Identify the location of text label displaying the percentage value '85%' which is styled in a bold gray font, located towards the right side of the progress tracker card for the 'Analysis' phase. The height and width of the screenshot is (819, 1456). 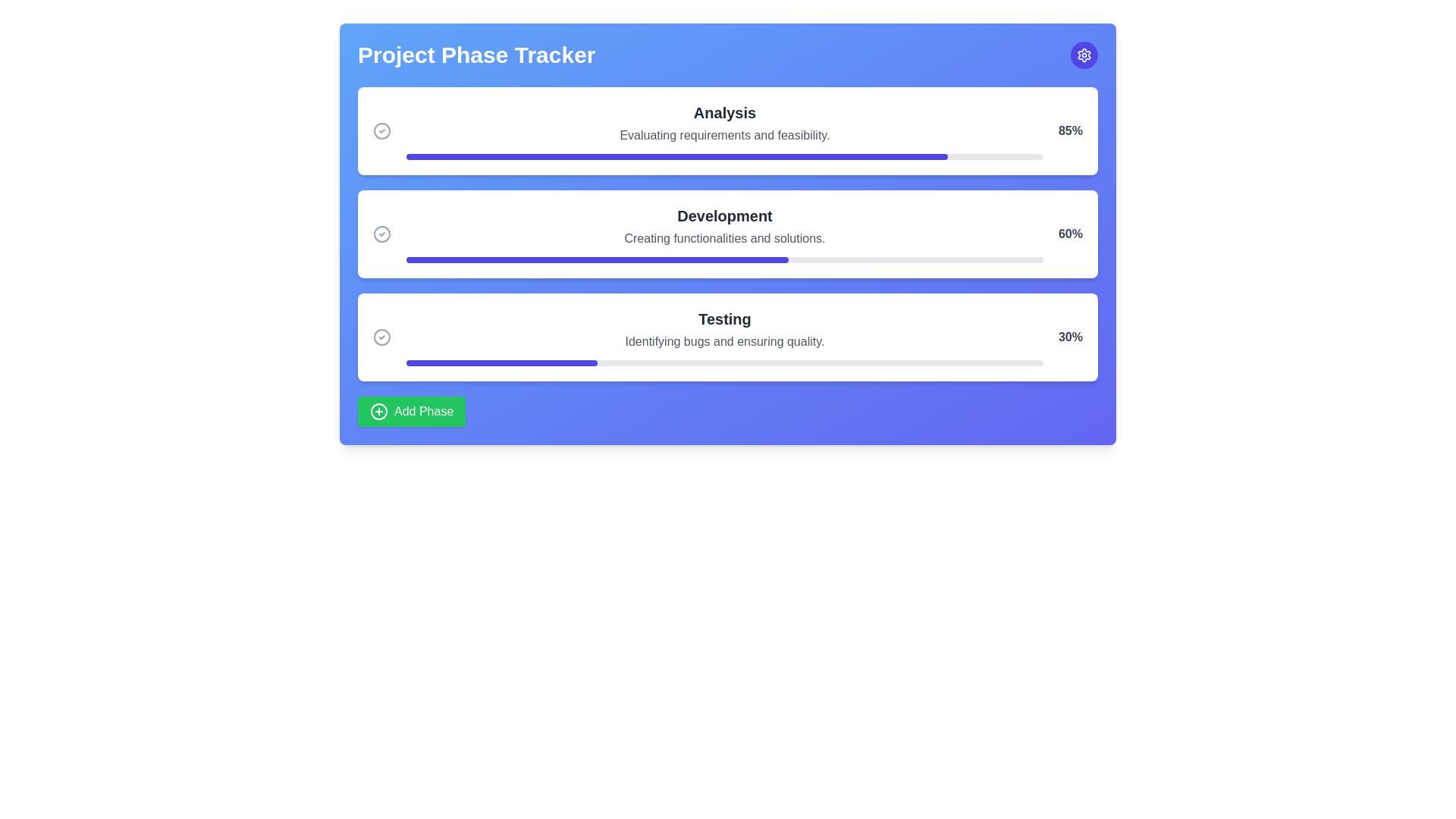
(1069, 130).